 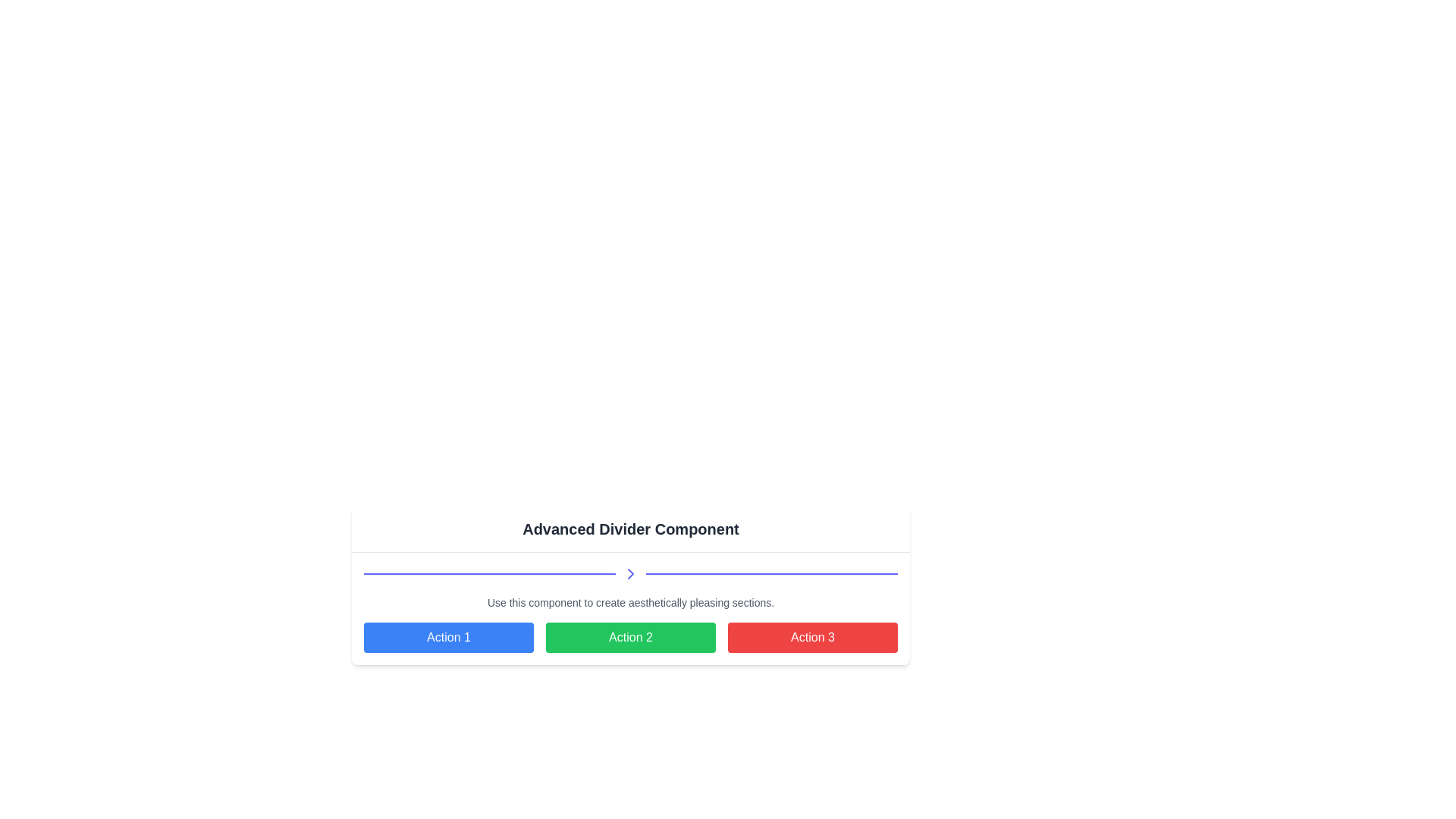 What do you see at coordinates (630, 573) in the screenshot?
I see `the right-facing indigo chevron icon located between two horizontal indigo lines` at bounding box center [630, 573].